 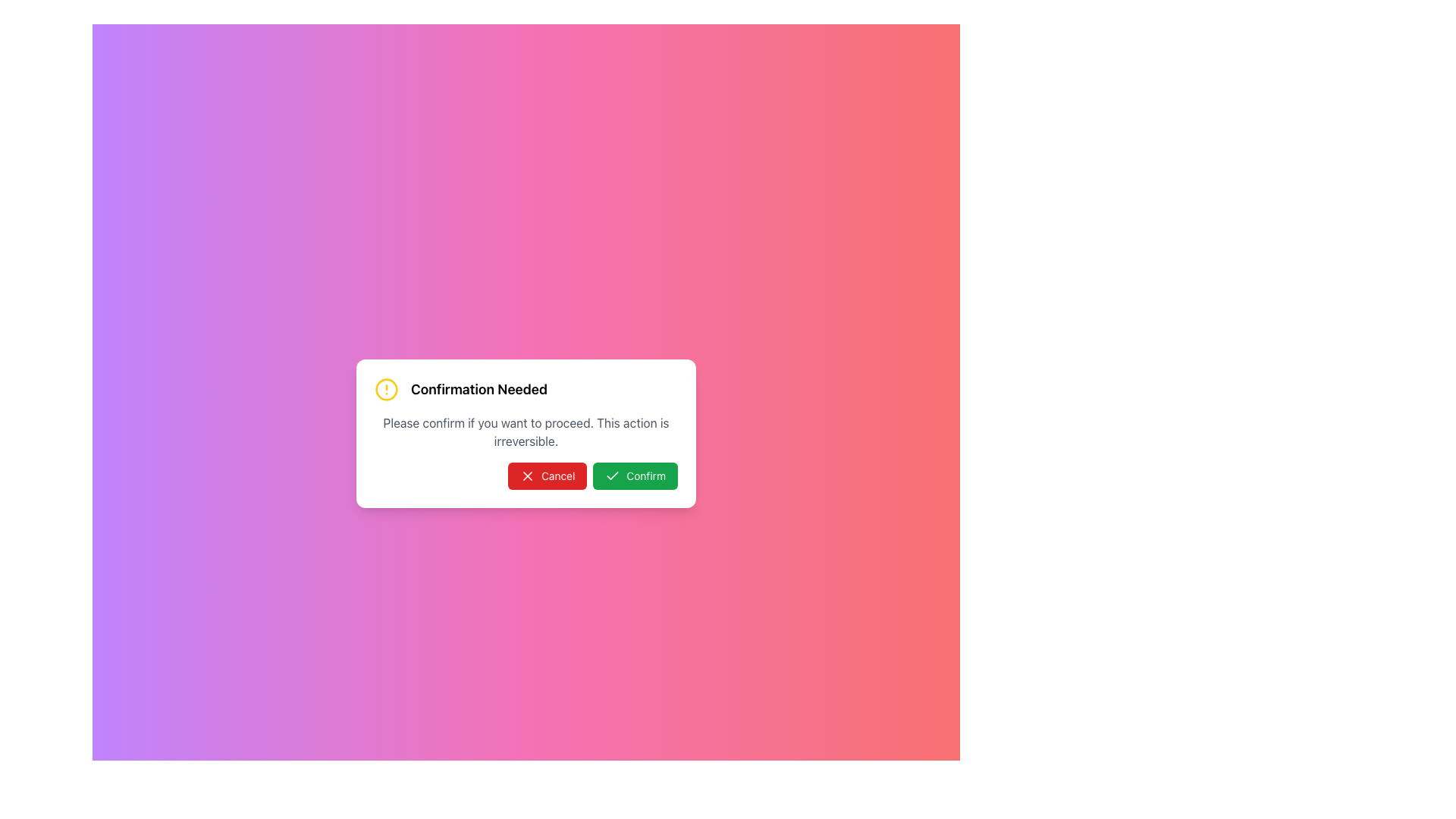 What do you see at coordinates (386, 388) in the screenshot?
I see `the inner circle of the warning icon located at the top-left of the confirmation dialog` at bounding box center [386, 388].